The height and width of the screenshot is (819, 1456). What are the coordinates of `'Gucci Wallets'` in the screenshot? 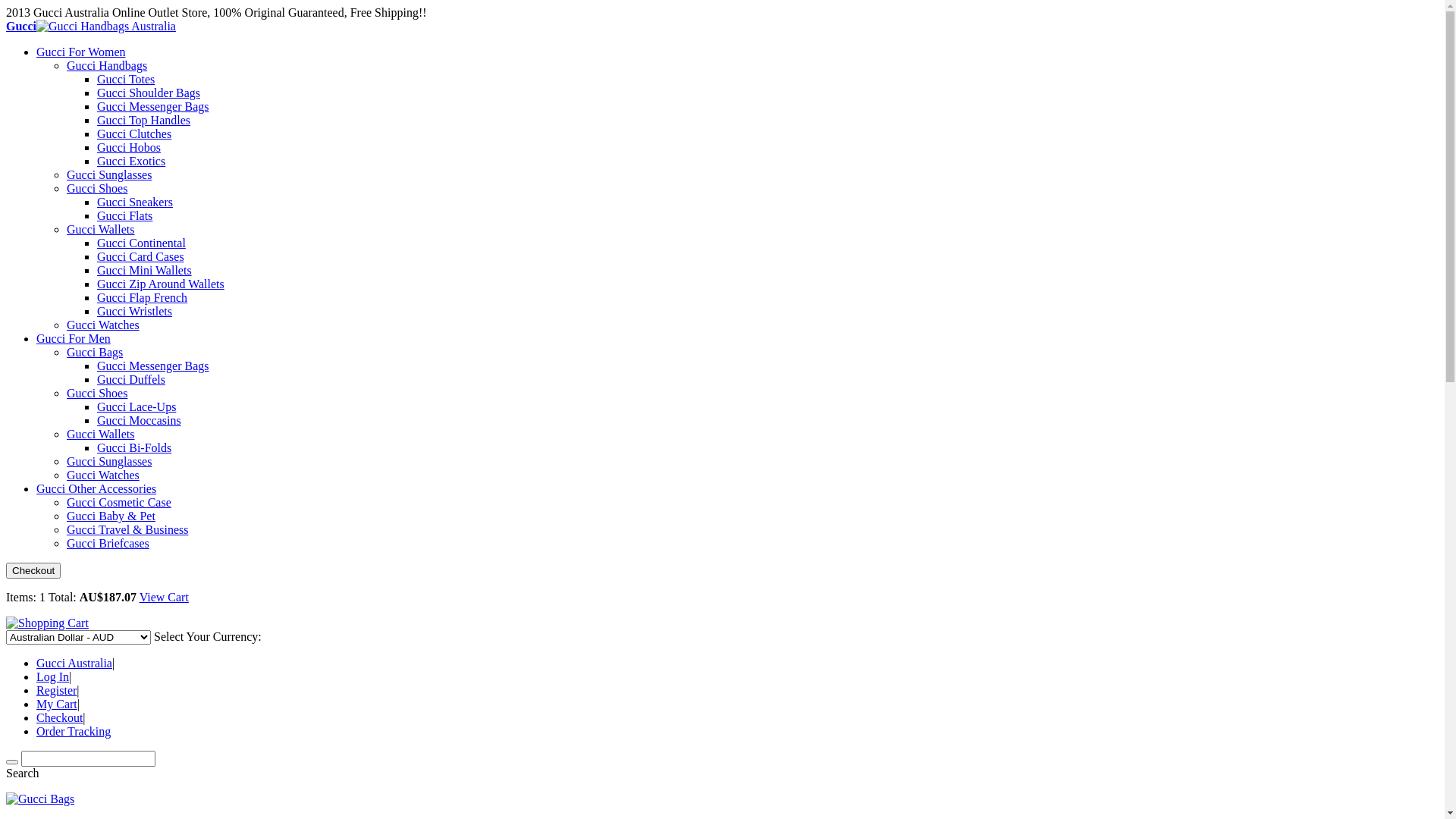 It's located at (100, 434).